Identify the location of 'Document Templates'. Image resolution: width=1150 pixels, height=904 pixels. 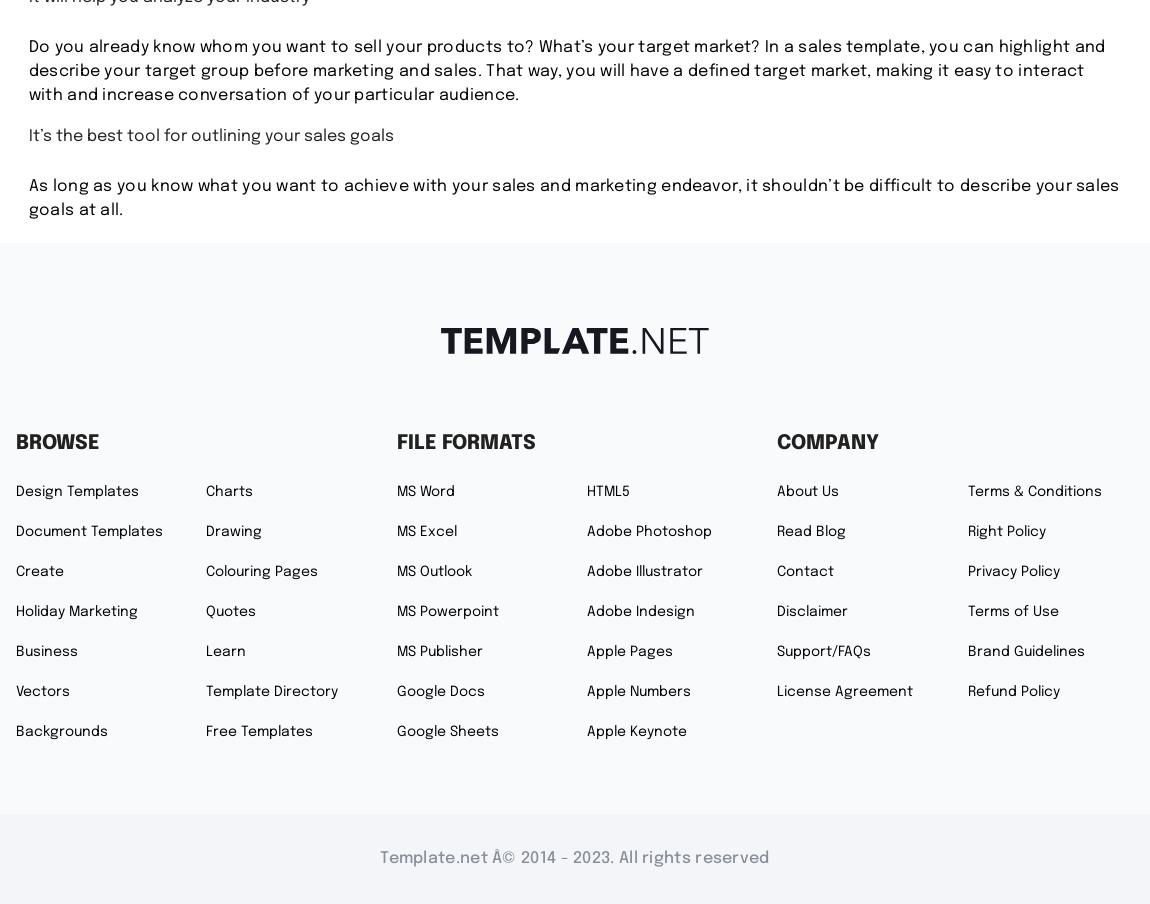
(88, 532).